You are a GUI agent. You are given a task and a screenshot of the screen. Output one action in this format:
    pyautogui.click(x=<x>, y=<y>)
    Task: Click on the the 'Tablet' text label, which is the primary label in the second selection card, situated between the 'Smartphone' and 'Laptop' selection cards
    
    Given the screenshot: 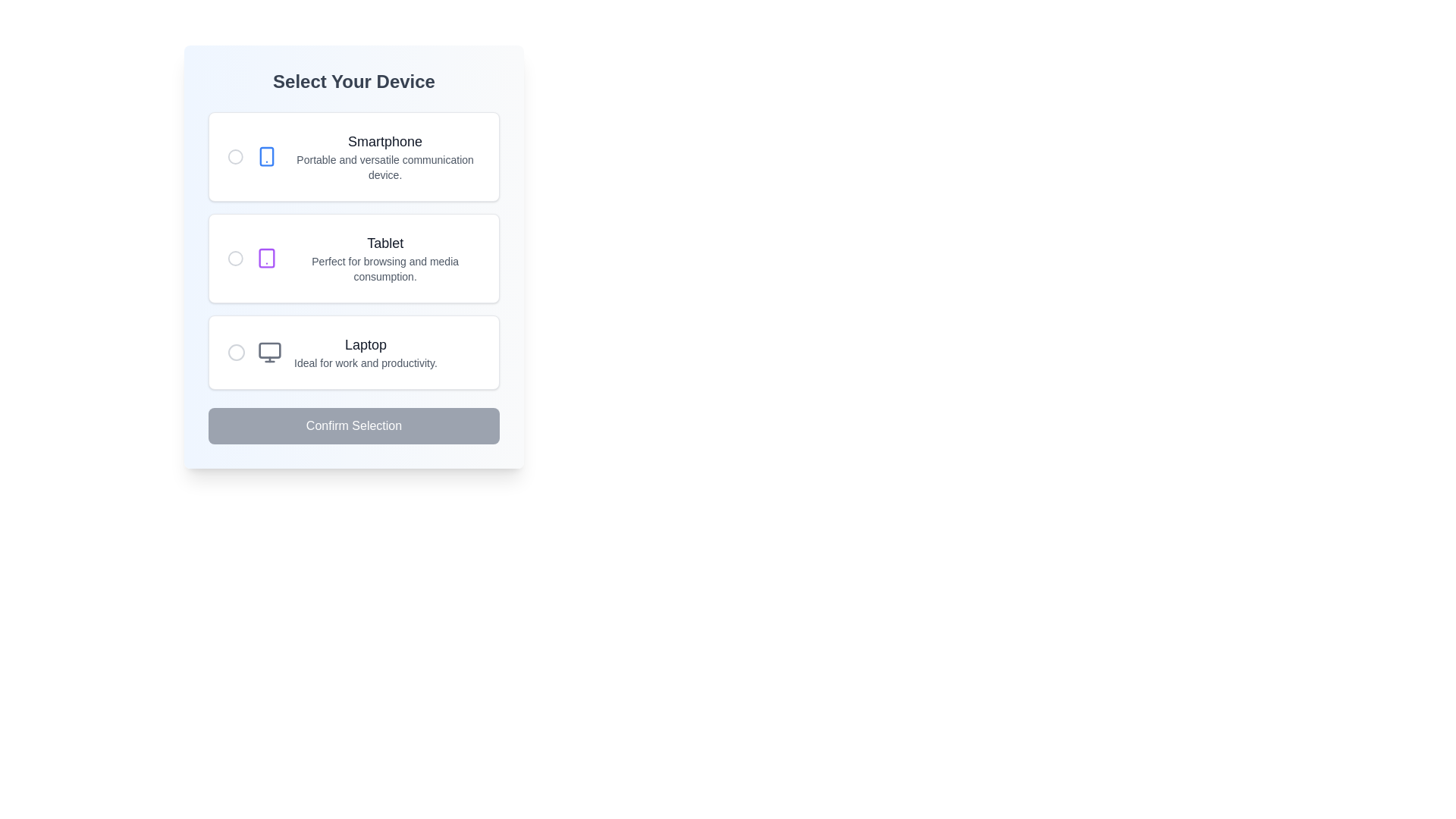 What is the action you would take?
    pyautogui.click(x=385, y=242)
    